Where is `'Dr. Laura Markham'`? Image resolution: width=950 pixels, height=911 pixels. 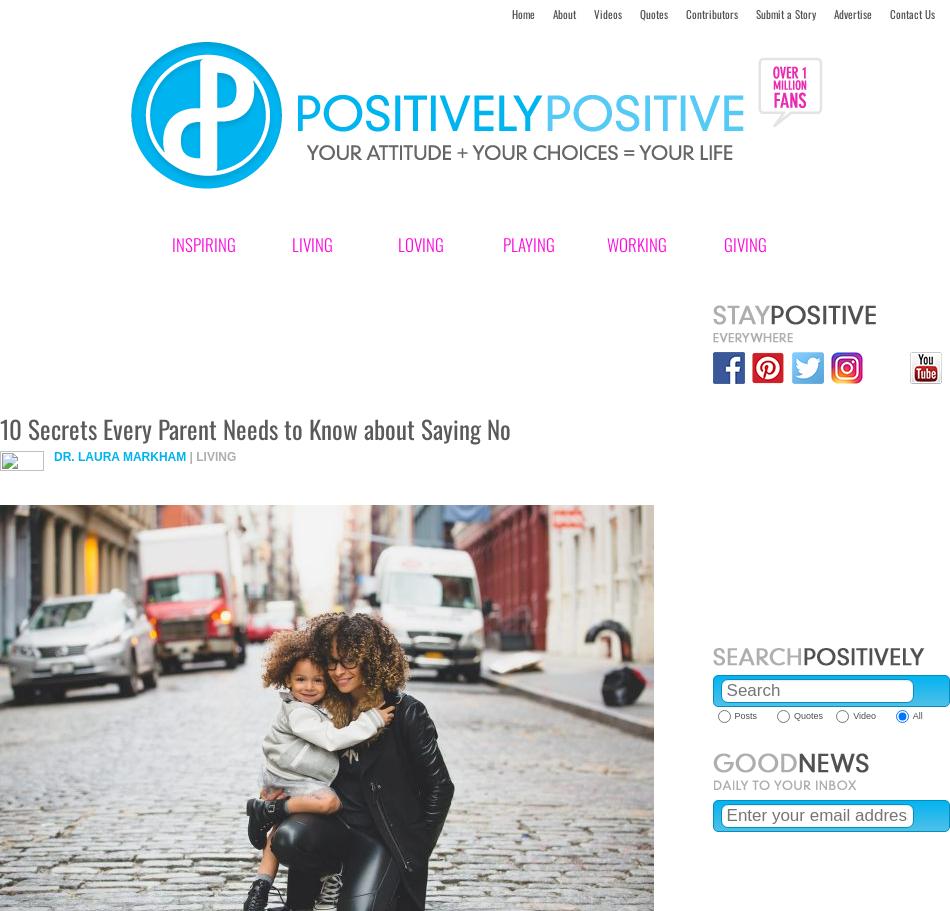 'Dr. Laura Markham' is located at coordinates (119, 455).